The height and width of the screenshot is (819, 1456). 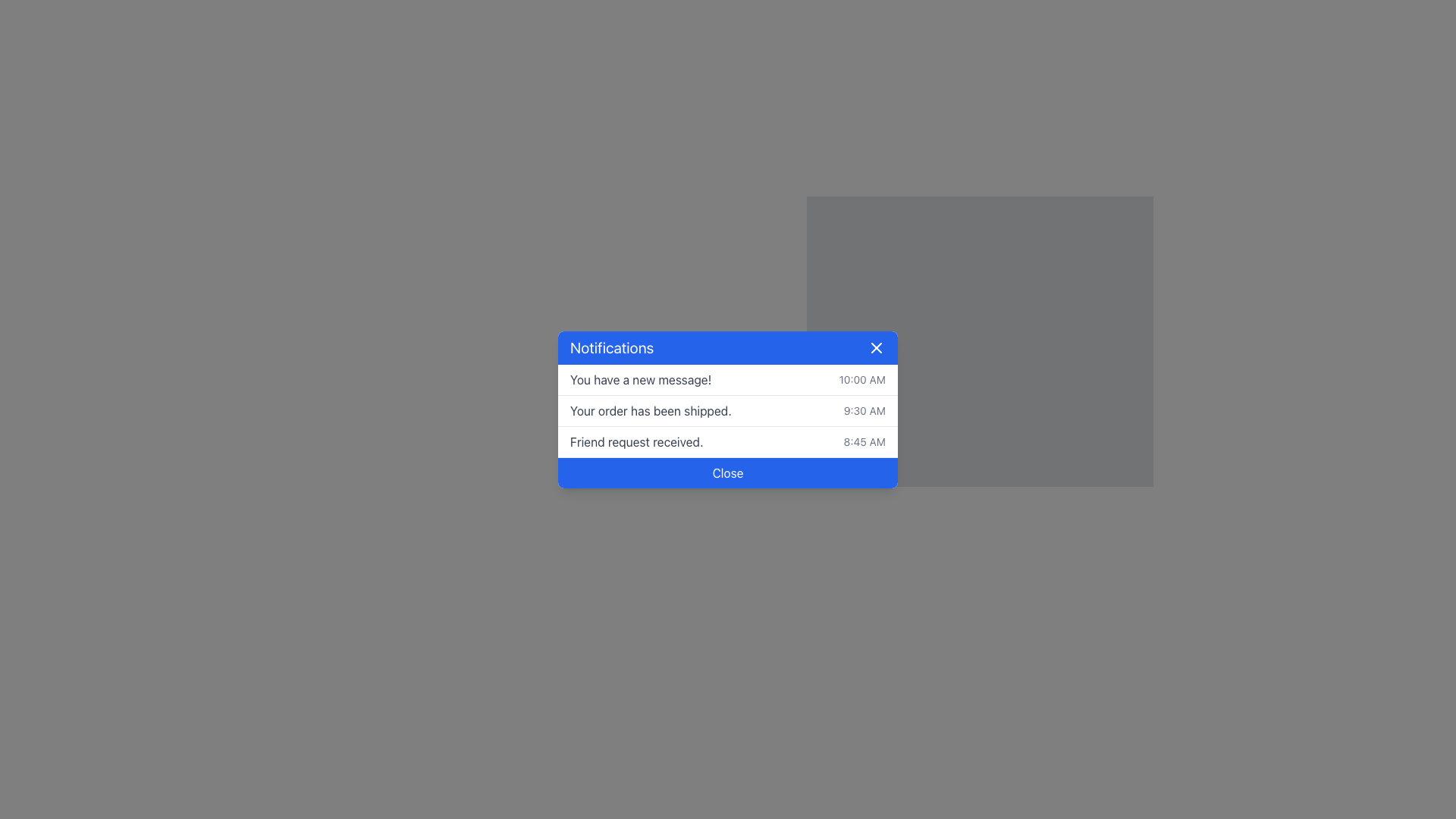 What do you see at coordinates (728, 379) in the screenshot?
I see `the topmost notification item in the Notifications modal` at bounding box center [728, 379].